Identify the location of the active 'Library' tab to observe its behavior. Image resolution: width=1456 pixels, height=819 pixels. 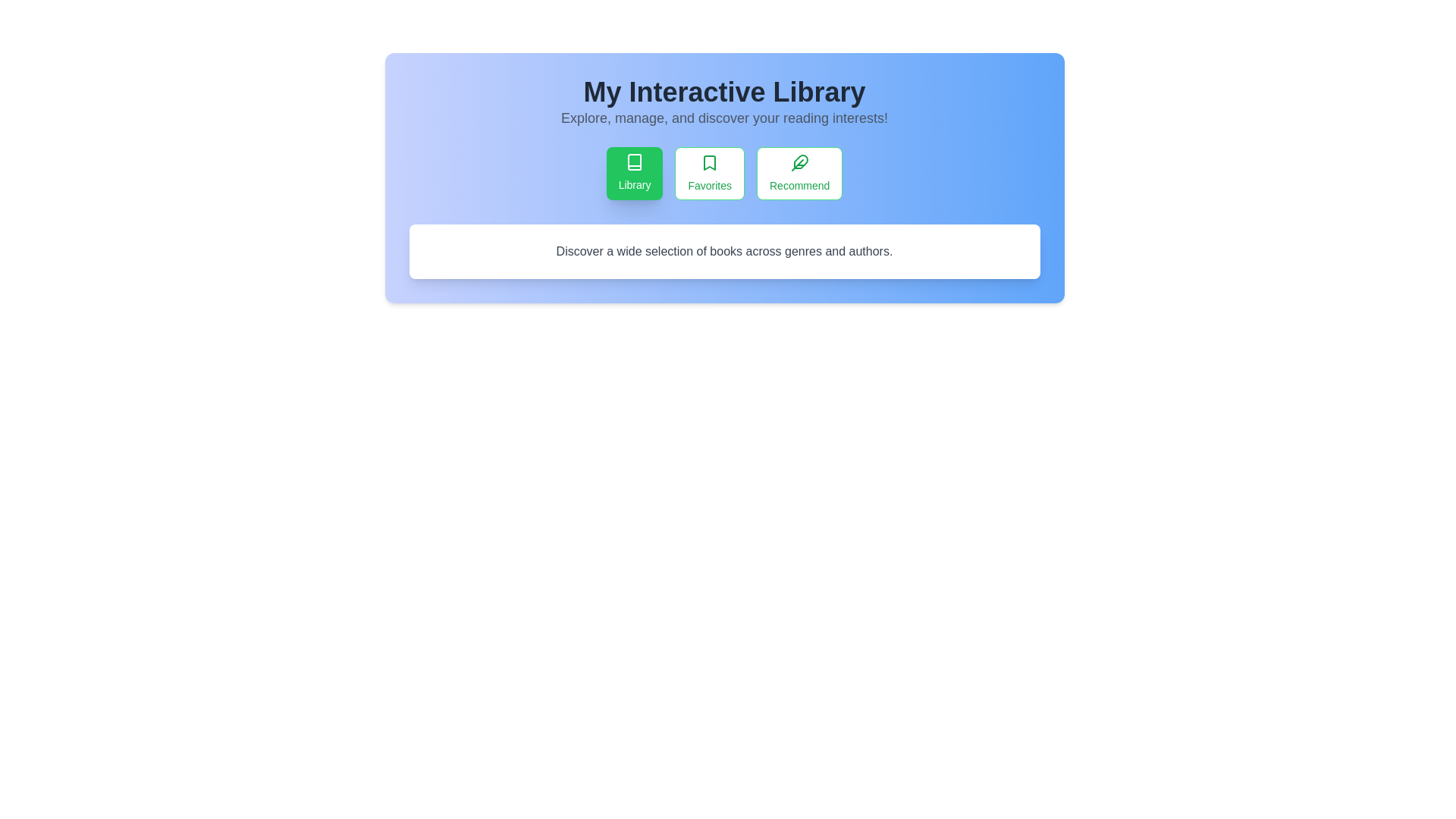
(634, 172).